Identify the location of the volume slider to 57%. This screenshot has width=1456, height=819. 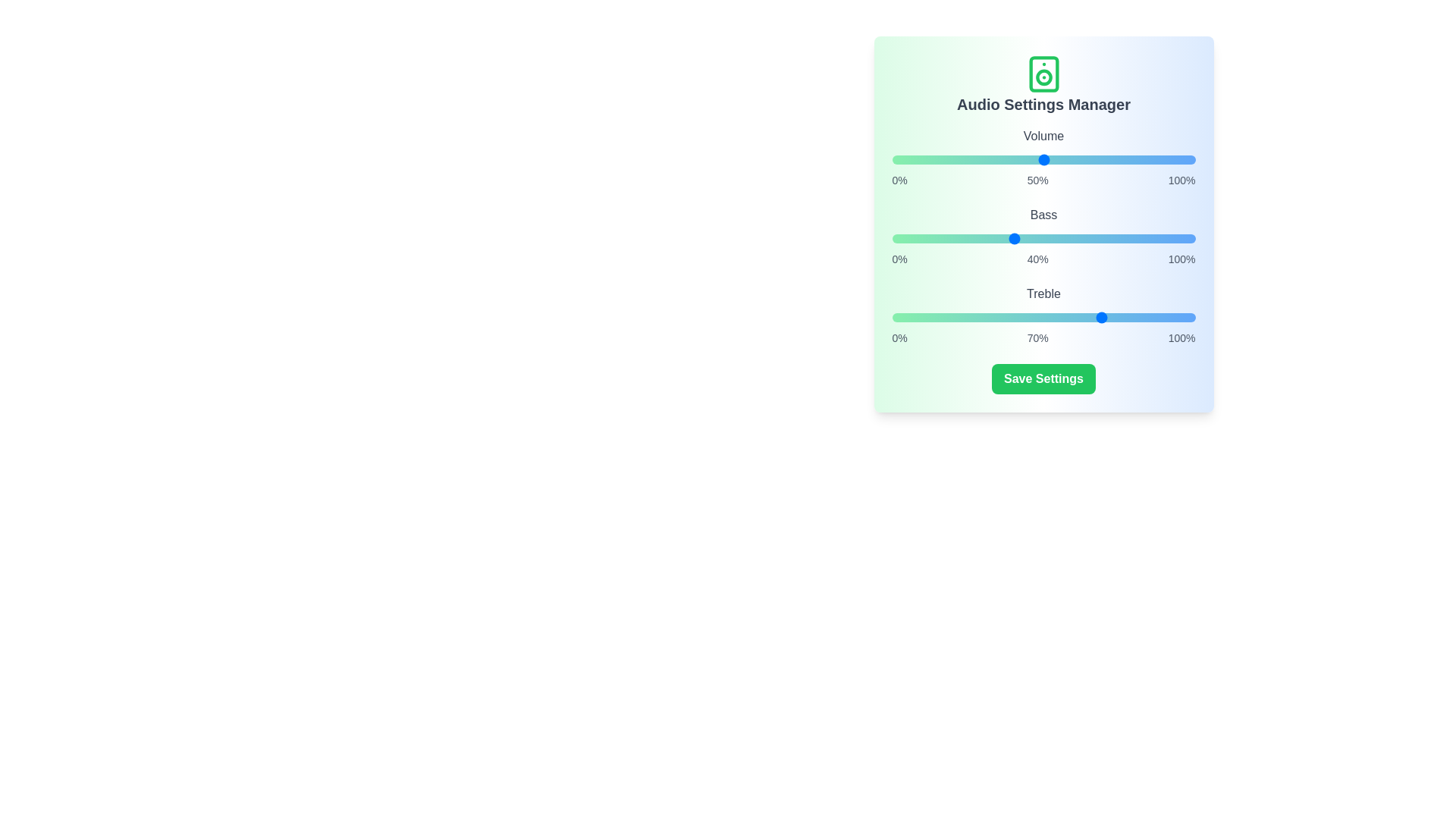
(1064, 160).